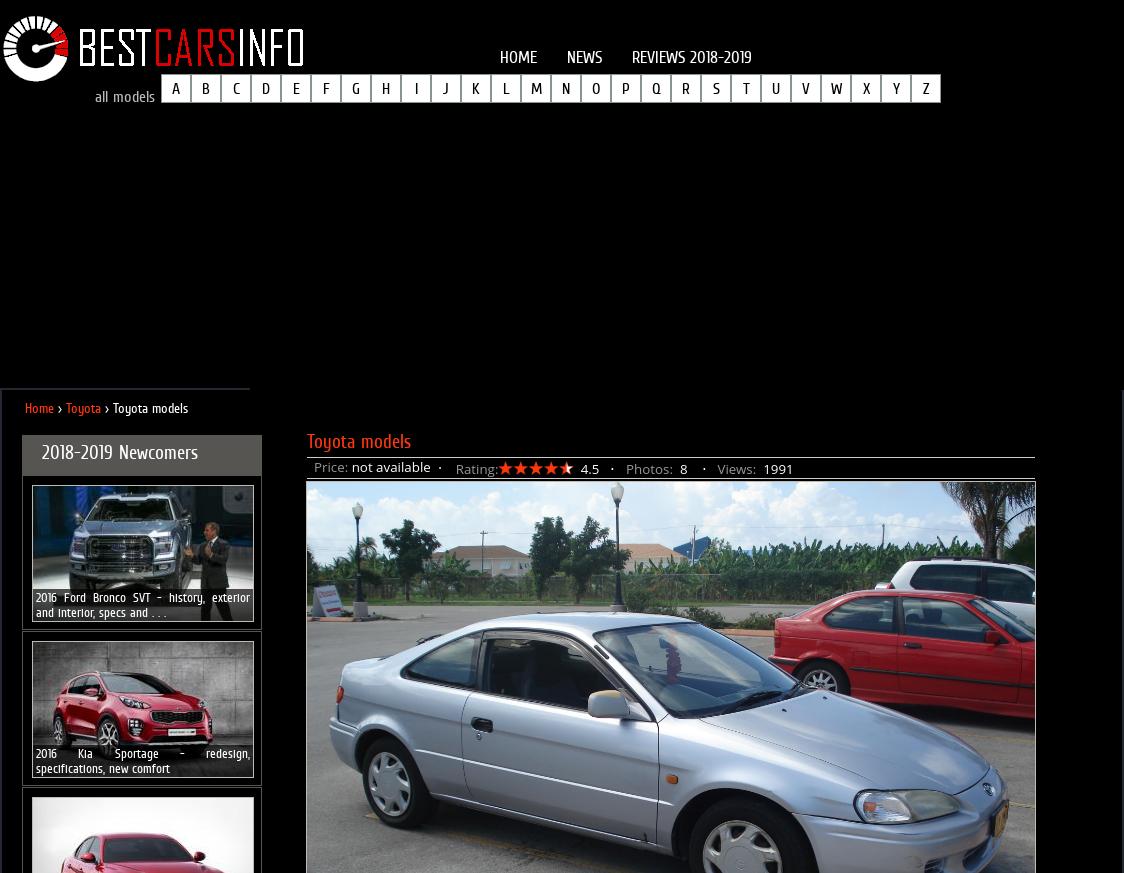  Describe the element at coordinates (144, 407) in the screenshot. I see `'›
Toyota models'` at that location.